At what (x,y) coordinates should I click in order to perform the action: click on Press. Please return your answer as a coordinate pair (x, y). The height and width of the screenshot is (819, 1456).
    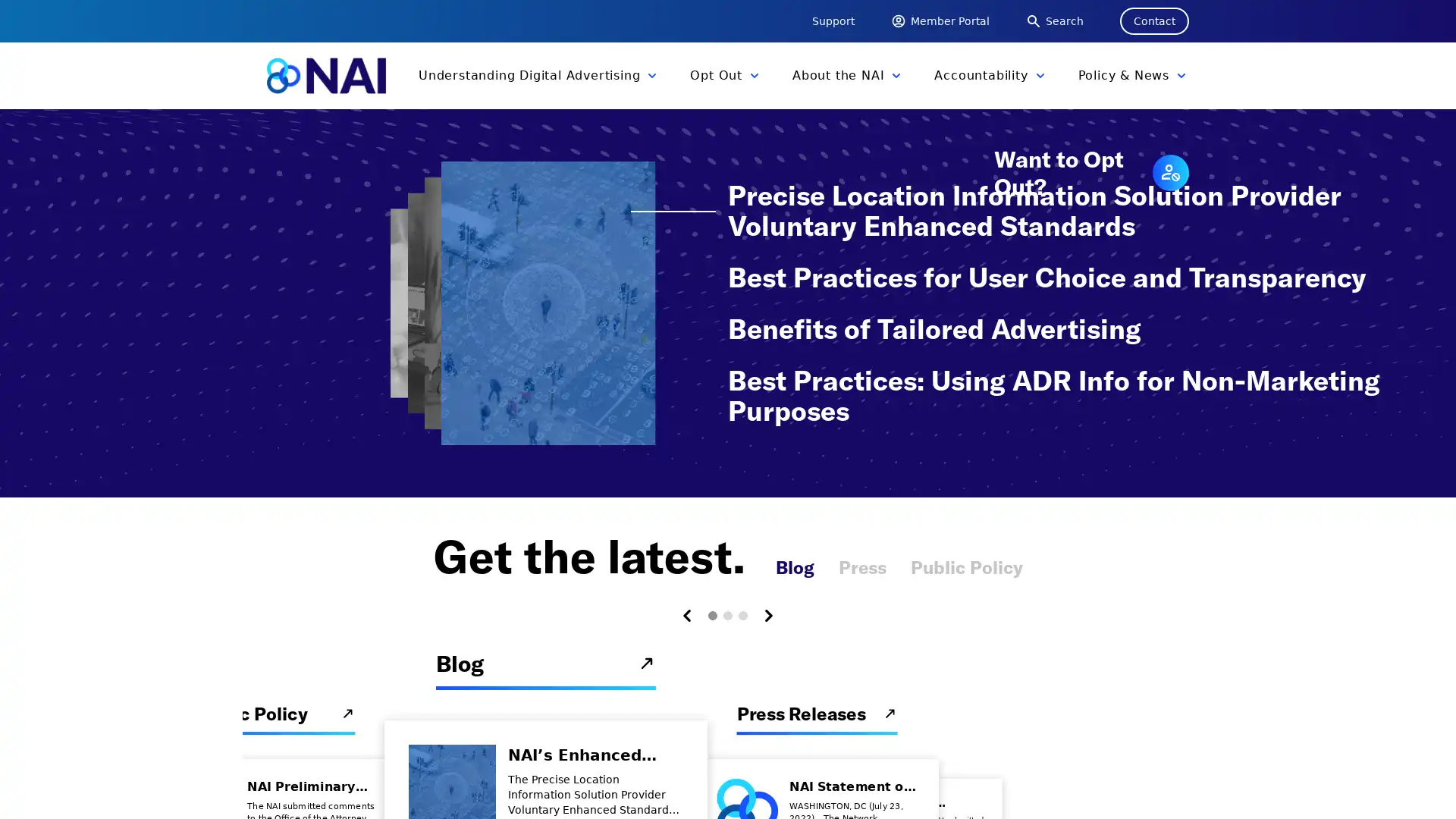
    Looking at the image, I should click on (861, 567).